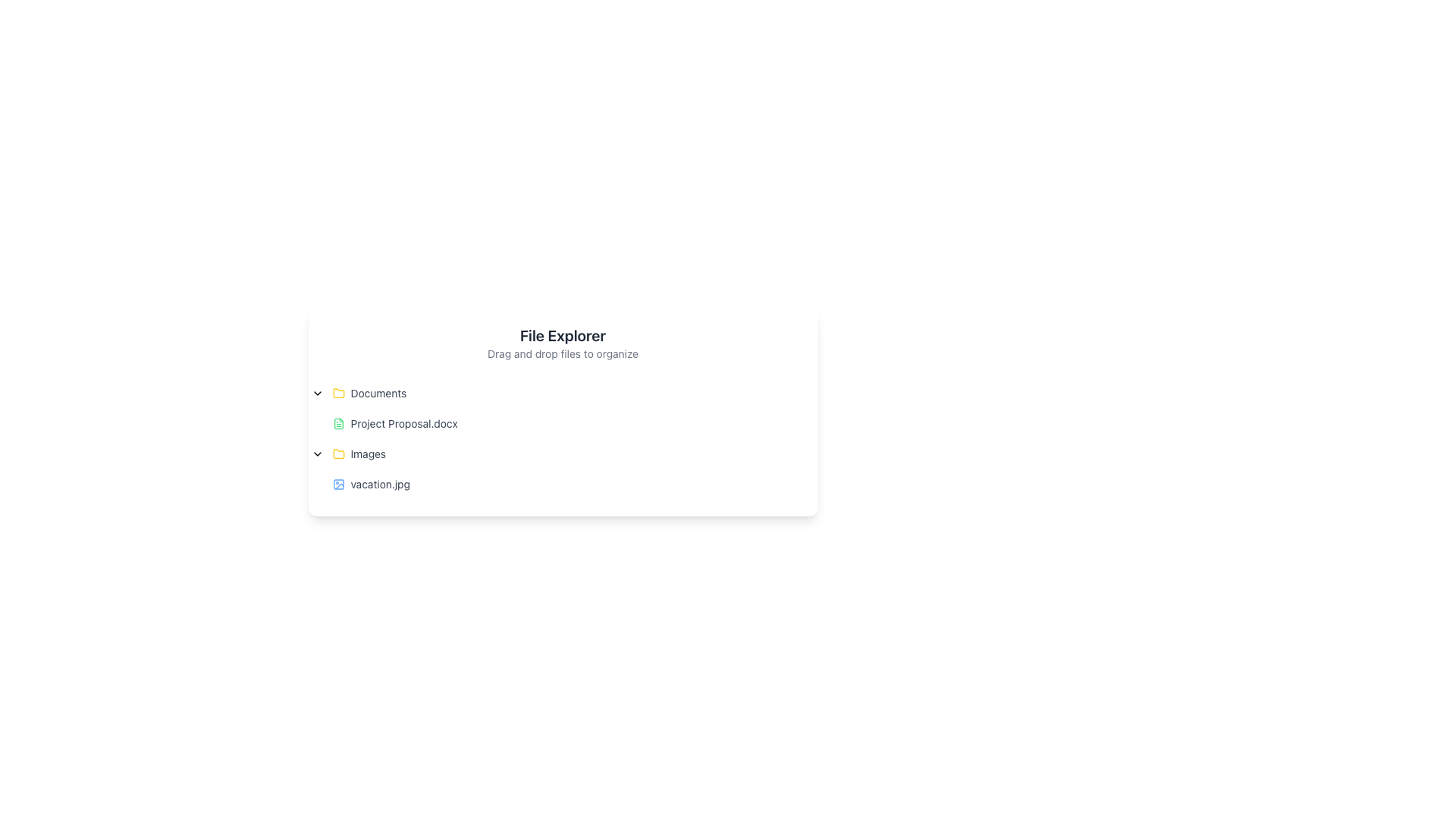 This screenshot has height=819, width=1456. I want to click on the chevron button located to the left of the 'Images' folder name in the file explorer, so click(316, 453).